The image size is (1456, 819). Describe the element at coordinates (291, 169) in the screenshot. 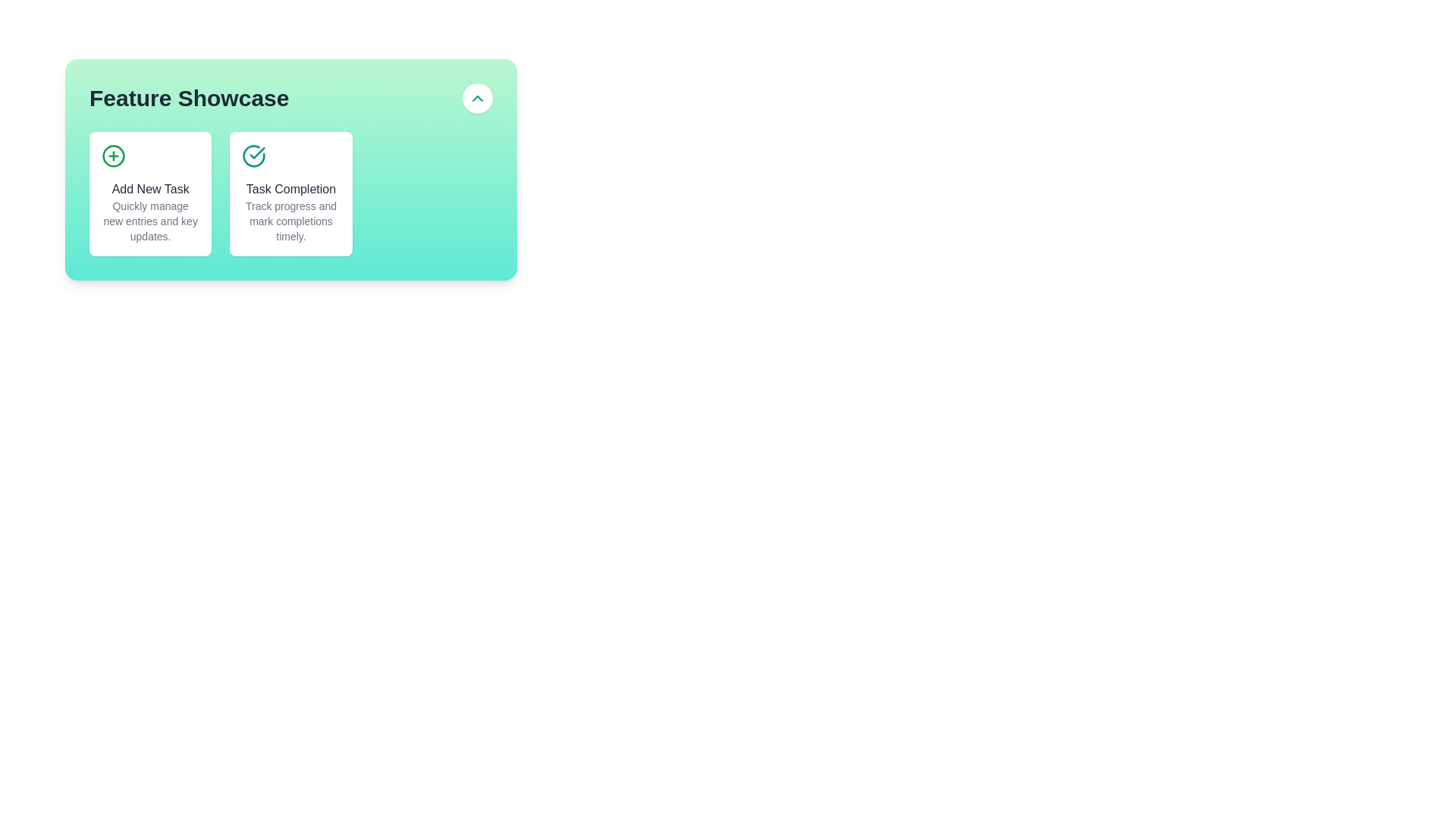

I see `the Informational Card that describes a task management feature, located to the right of the 'Add New Task' card in the Feature Showcase section` at that location.